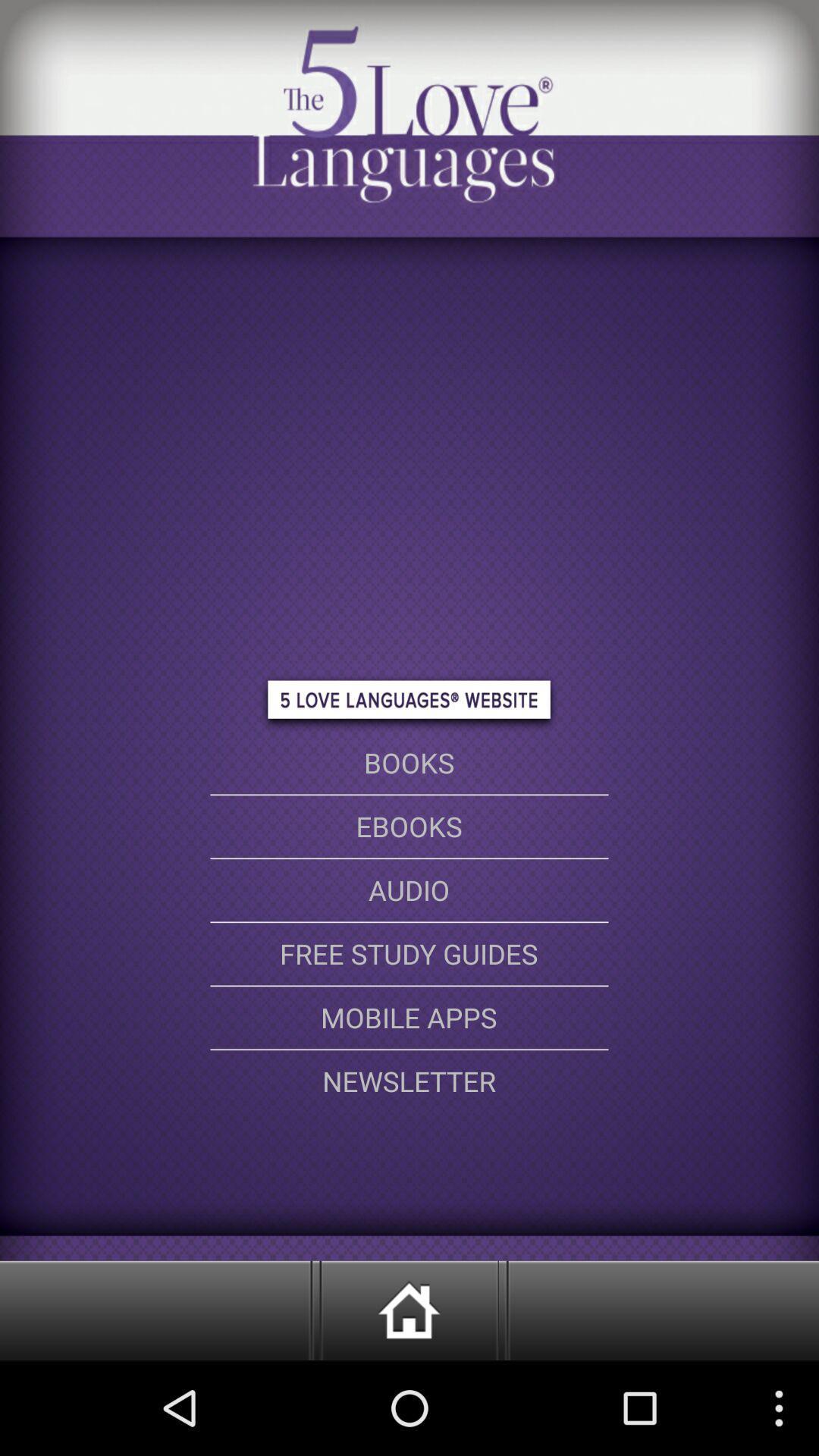  Describe the element at coordinates (409, 763) in the screenshot. I see `books` at that location.